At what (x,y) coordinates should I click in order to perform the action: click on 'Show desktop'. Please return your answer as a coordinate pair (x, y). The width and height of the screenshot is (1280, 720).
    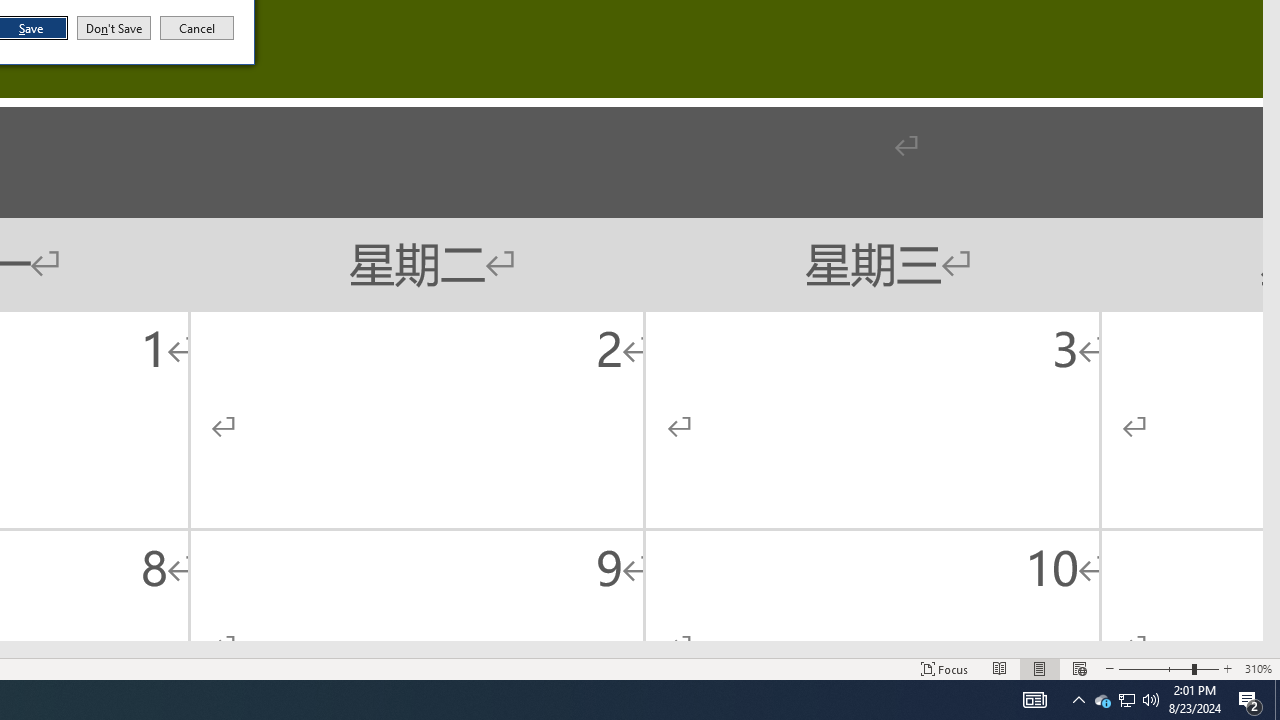
    Looking at the image, I should click on (1276, 698).